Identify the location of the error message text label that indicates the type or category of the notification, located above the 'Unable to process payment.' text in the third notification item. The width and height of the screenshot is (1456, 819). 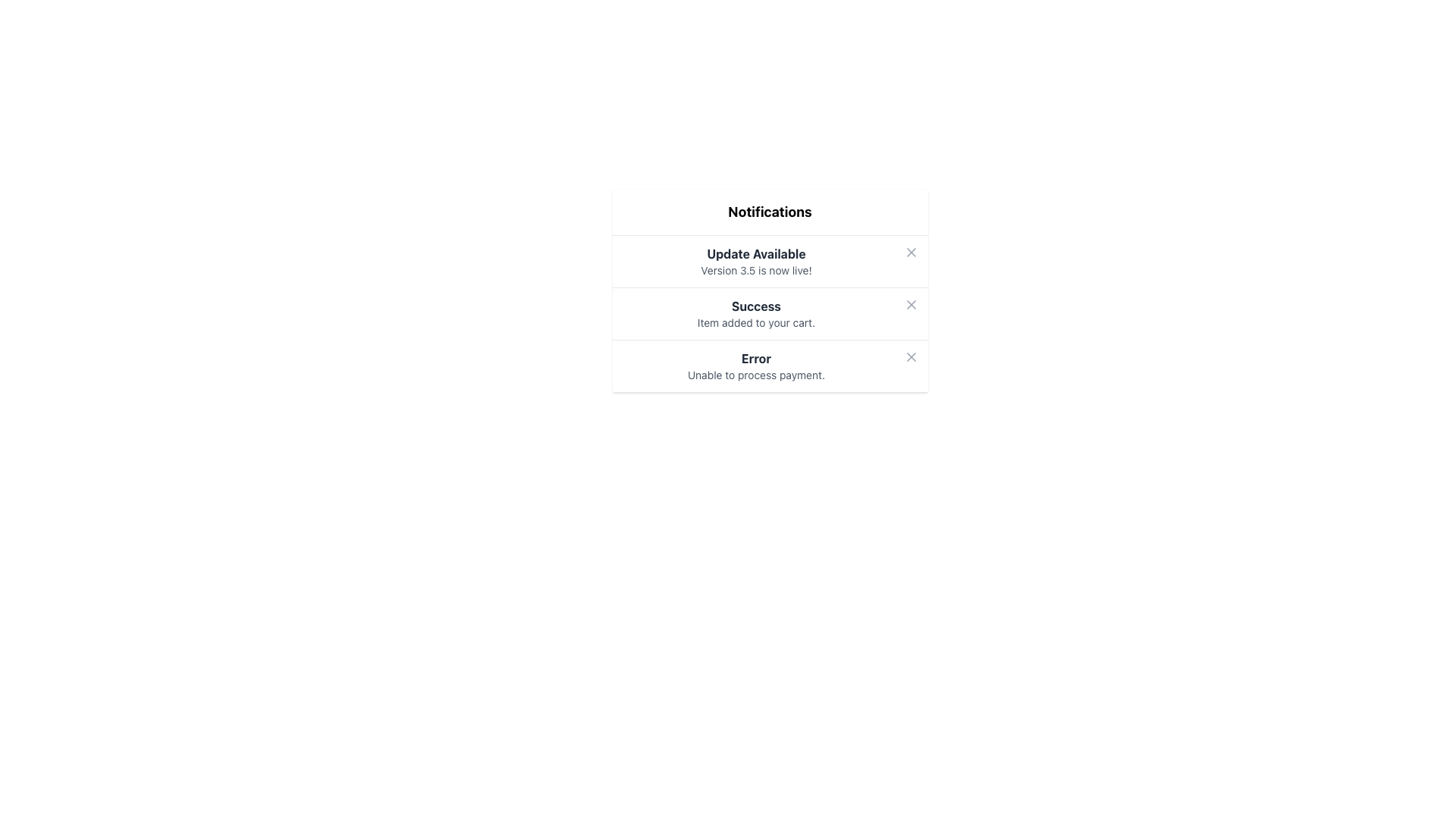
(756, 359).